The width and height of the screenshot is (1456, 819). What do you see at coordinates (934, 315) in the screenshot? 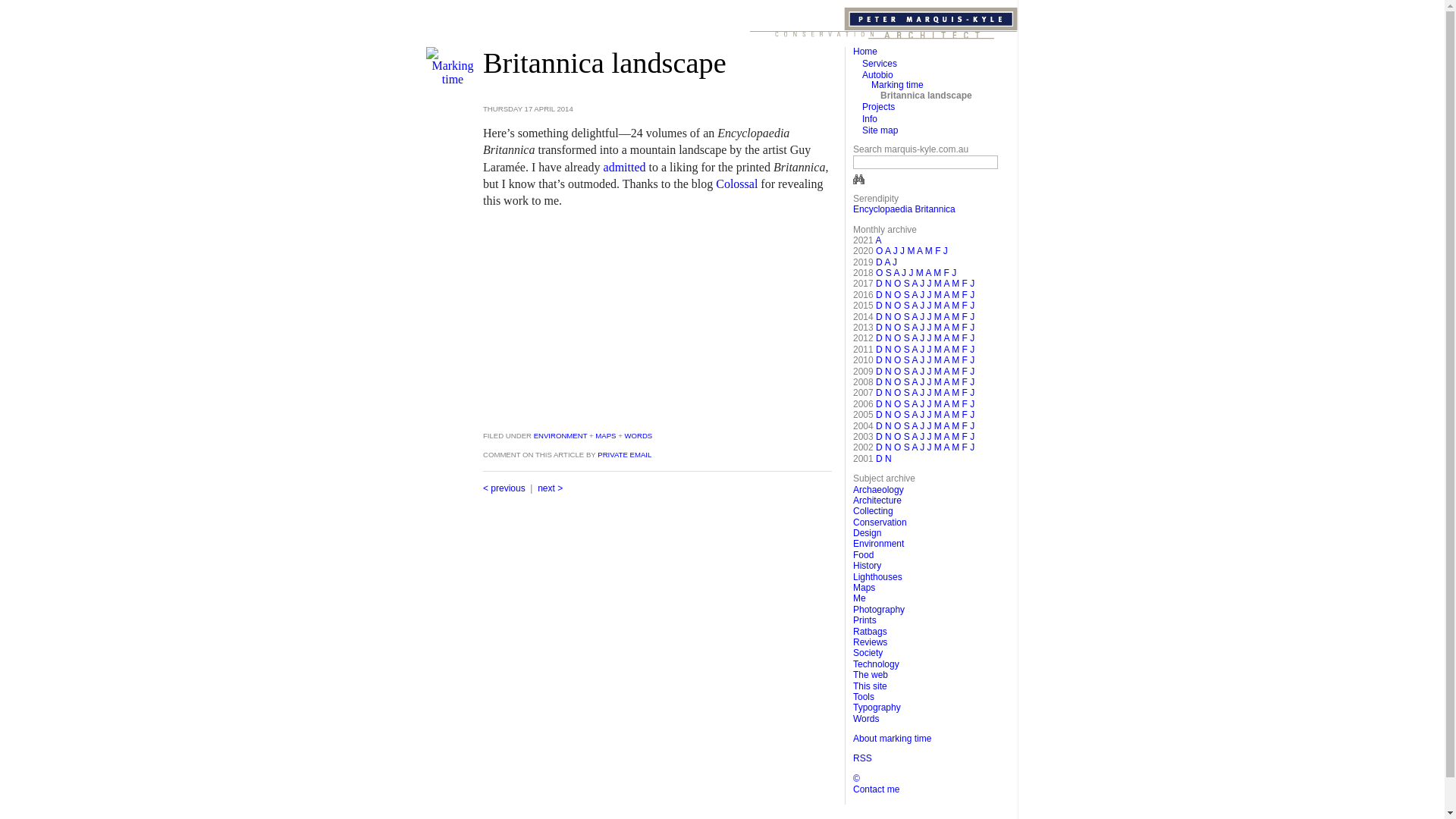
I see `'M'` at bounding box center [934, 315].